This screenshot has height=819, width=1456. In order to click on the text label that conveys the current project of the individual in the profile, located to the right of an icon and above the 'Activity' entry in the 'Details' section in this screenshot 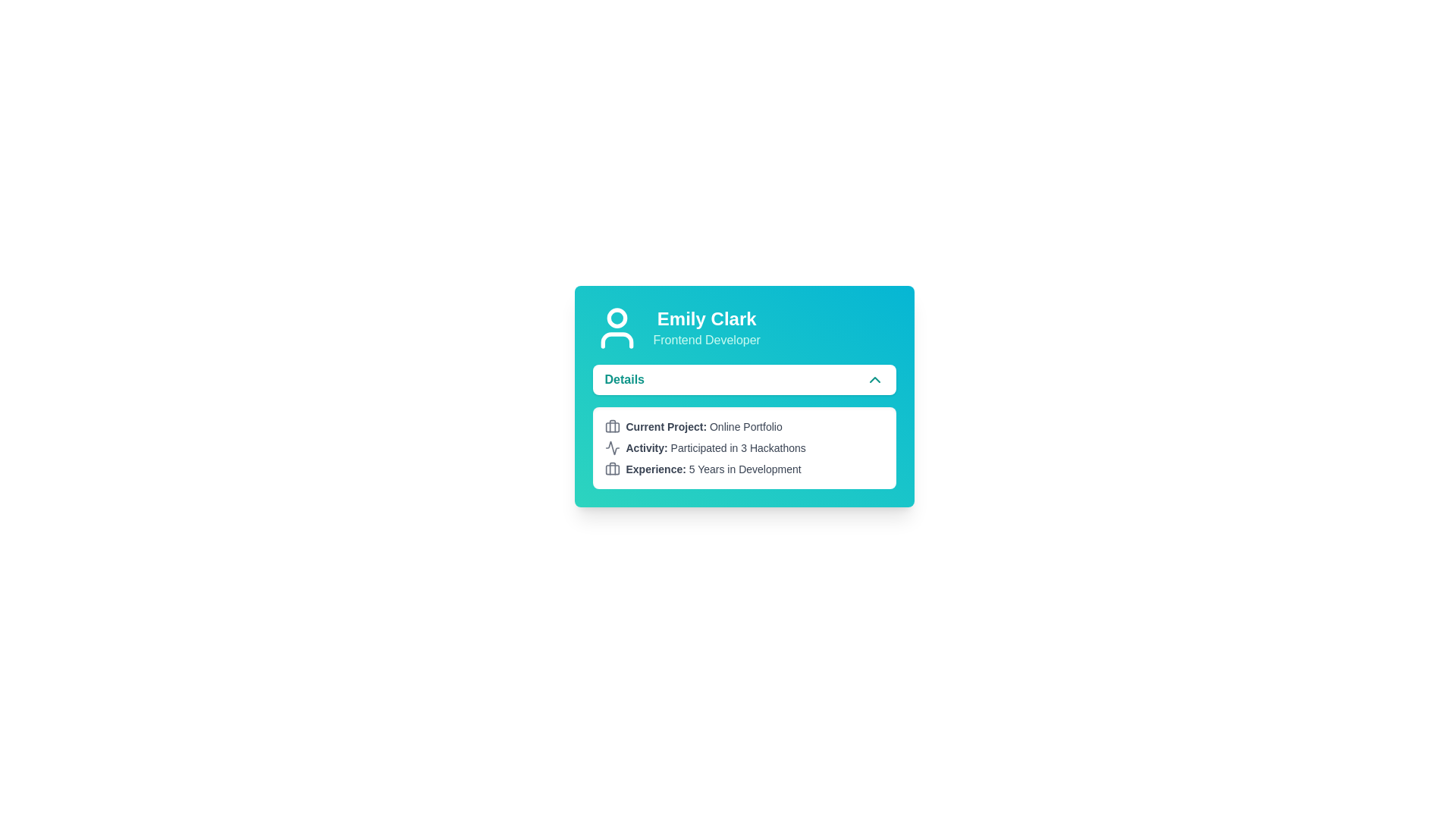, I will do `click(703, 427)`.